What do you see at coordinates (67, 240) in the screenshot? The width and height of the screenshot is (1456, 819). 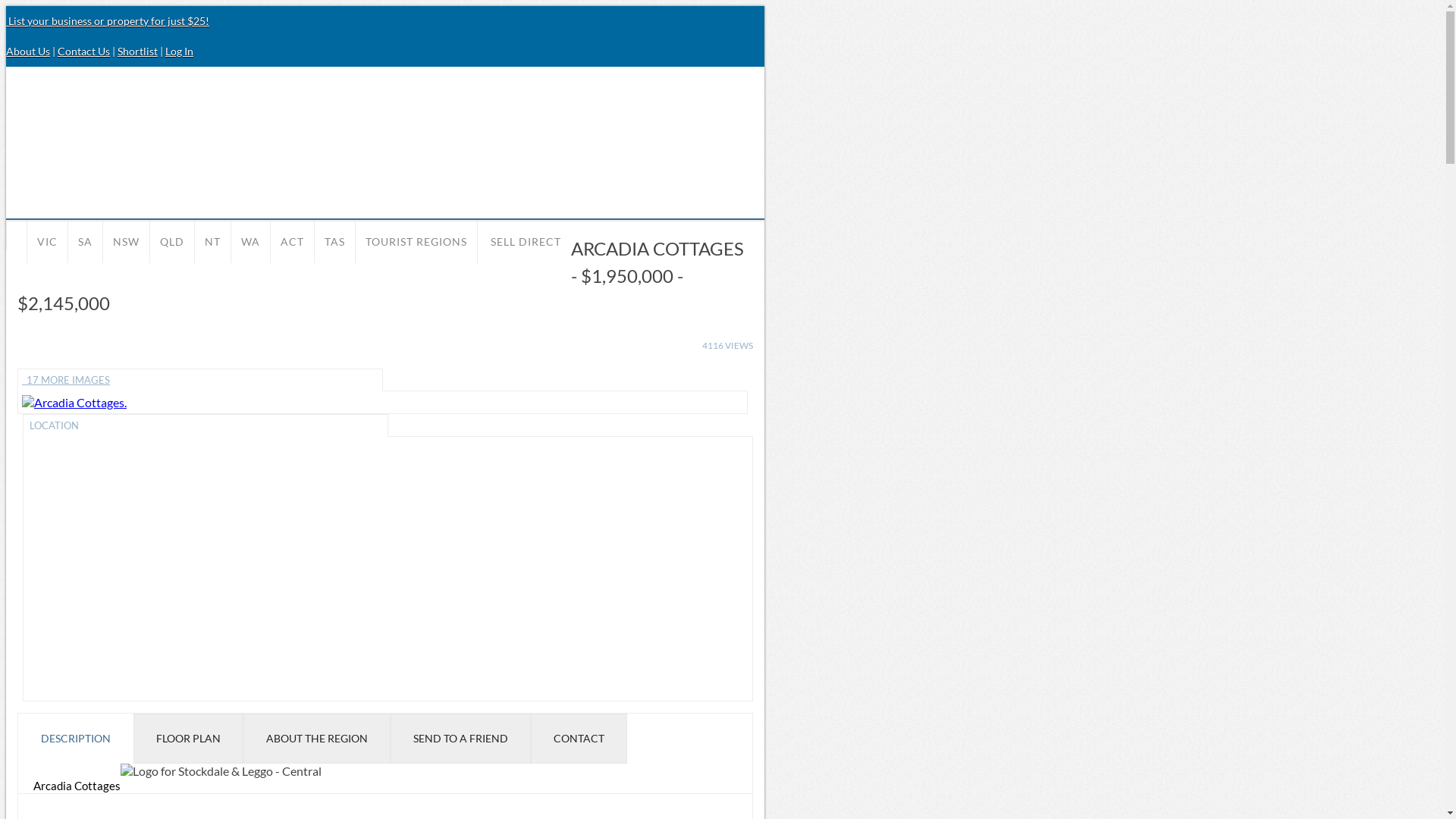 I see `'SA'` at bounding box center [67, 240].